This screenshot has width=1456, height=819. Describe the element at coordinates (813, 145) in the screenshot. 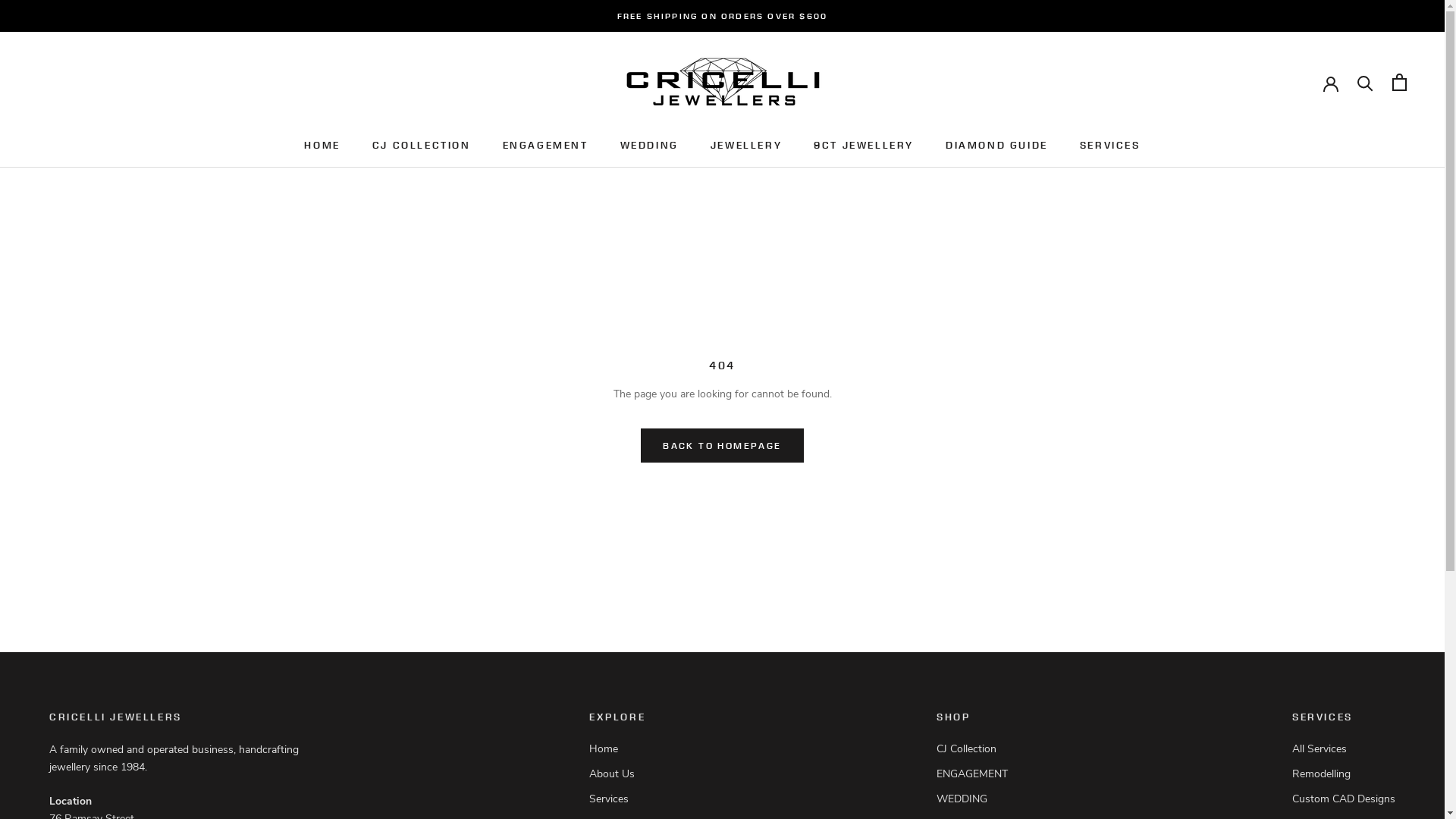

I see `'9CT JEWELLERY'` at that location.